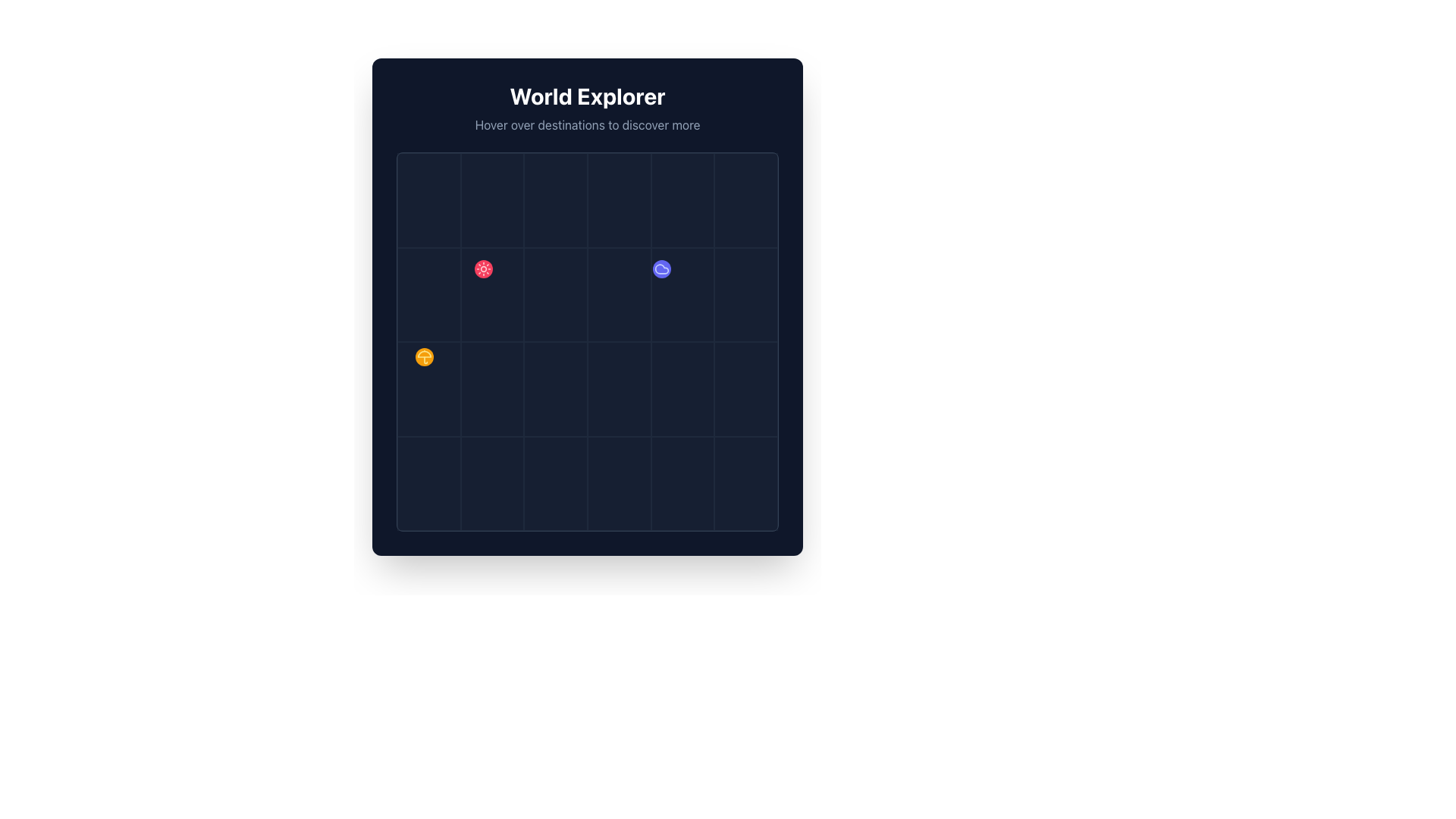 Image resolution: width=1456 pixels, height=819 pixels. What do you see at coordinates (586, 124) in the screenshot?
I see `the descriptive text element located centrally below the heading 'World Explorer', which informs users about the functionality of the graphical elements below` at bounding box center [586, 124].